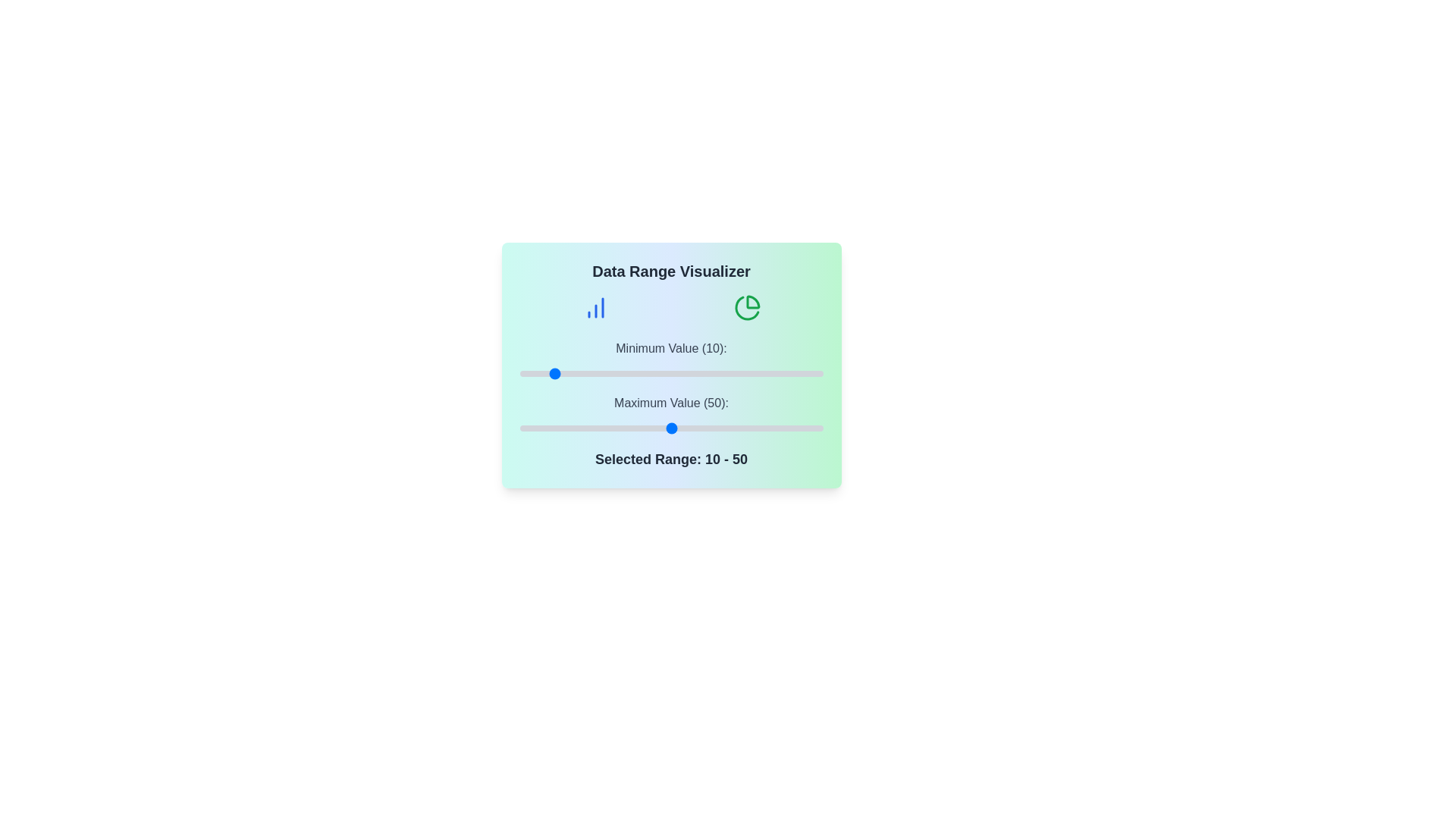  Describe the element at coordinates (601, 374) in the screenshot. I see `the minimum value slider to 27` at that location.